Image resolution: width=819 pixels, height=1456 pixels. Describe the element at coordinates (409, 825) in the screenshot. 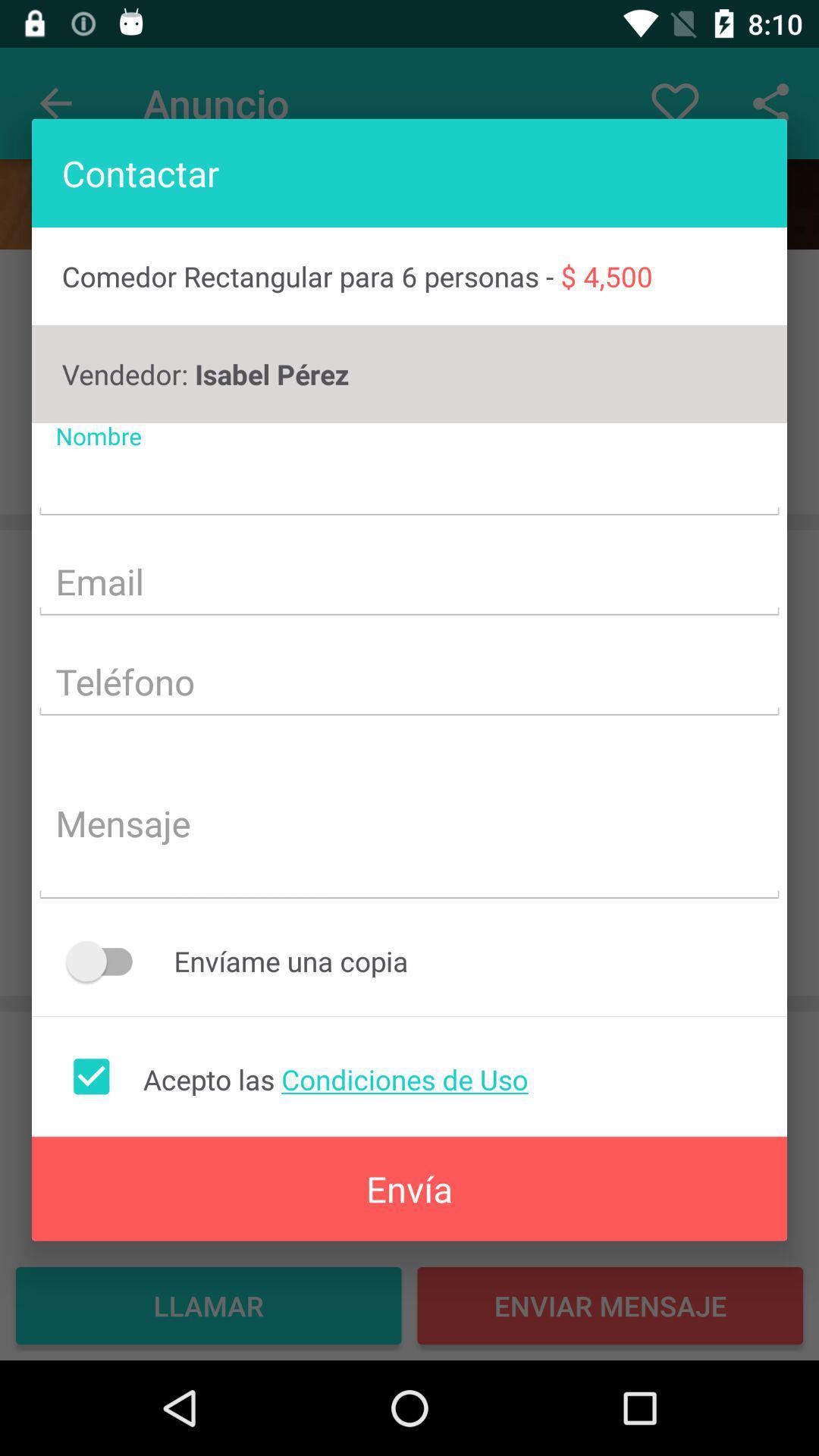

I see `a mensaje` at that location.